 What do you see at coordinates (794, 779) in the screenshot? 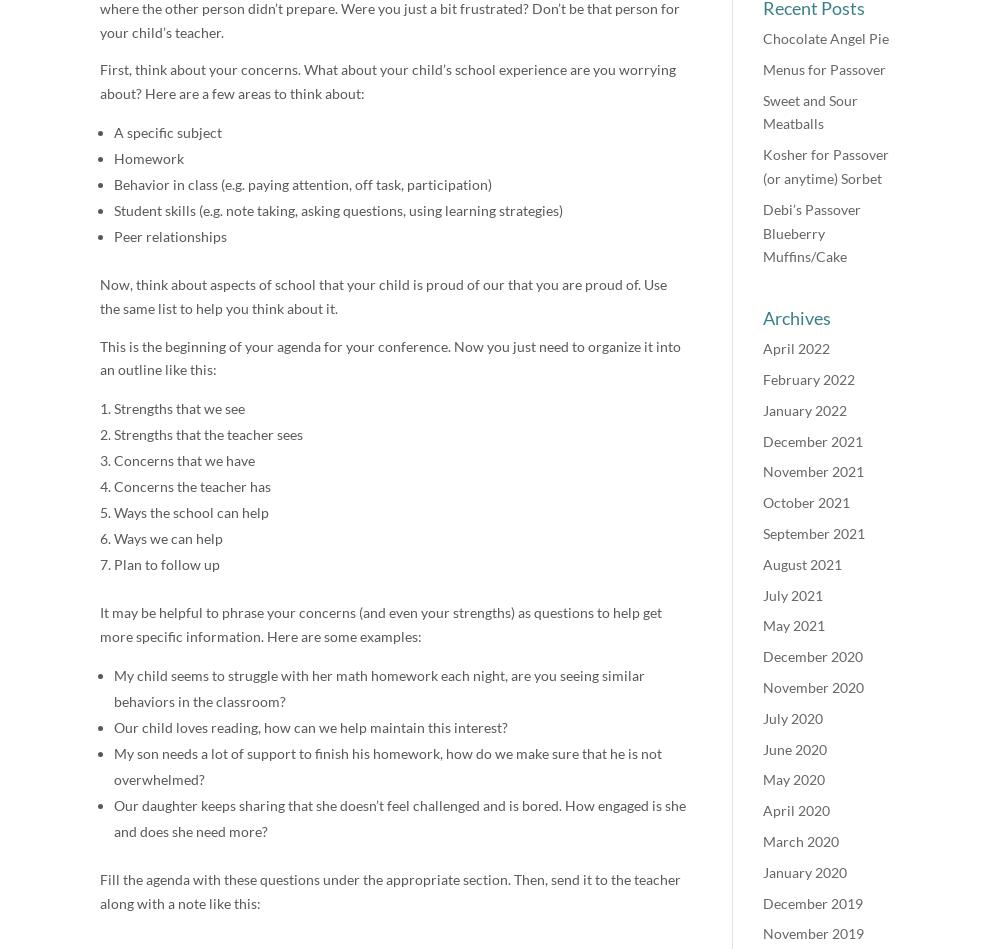
I see `'May 2020'` at bounding box center [794, 779].